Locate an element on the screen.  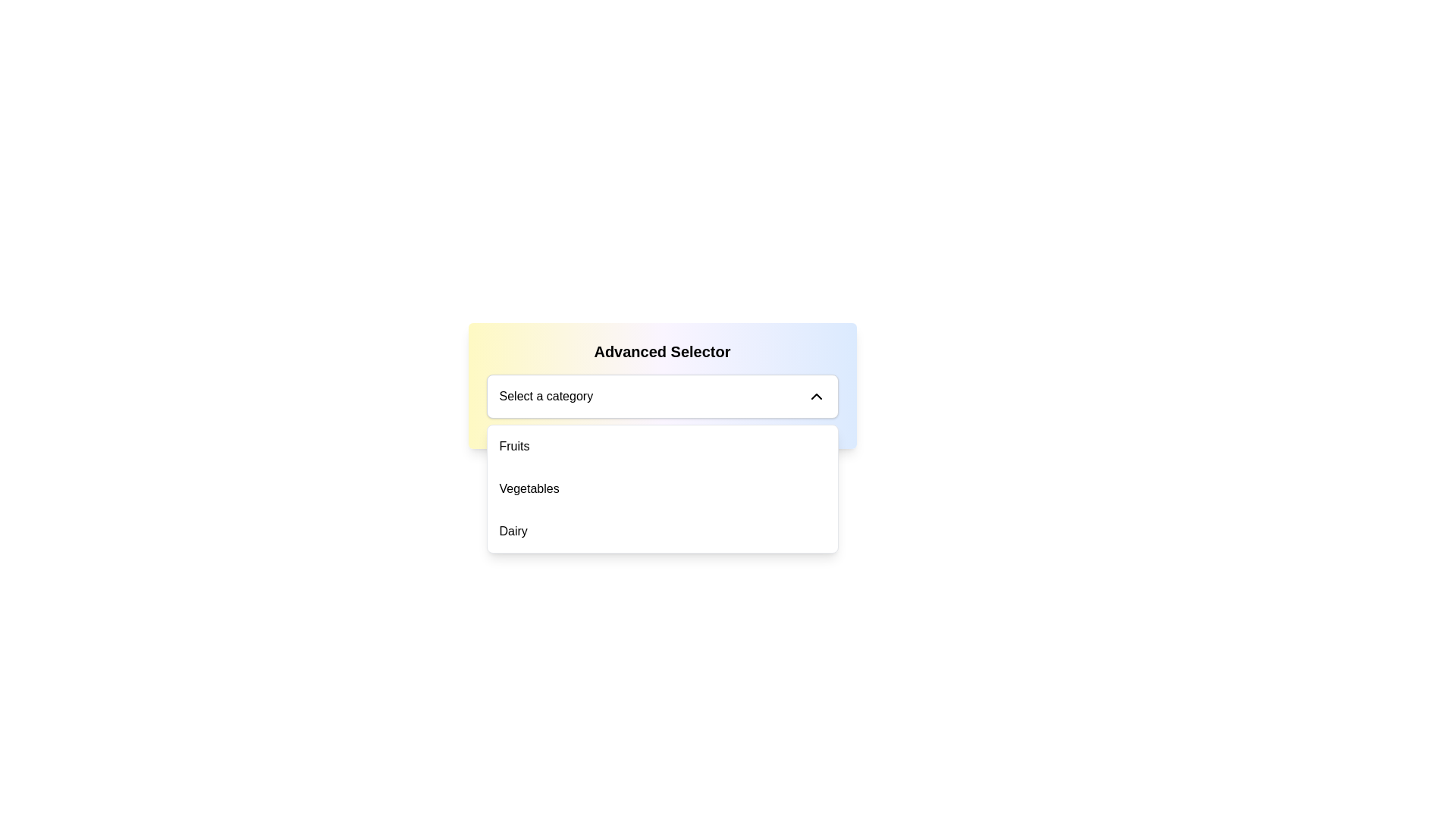
the first item in the 'Advanced Selector' dropdown menu, which is the 'Fruits' option, using keyboard focus is located at coordinates (662, 446).